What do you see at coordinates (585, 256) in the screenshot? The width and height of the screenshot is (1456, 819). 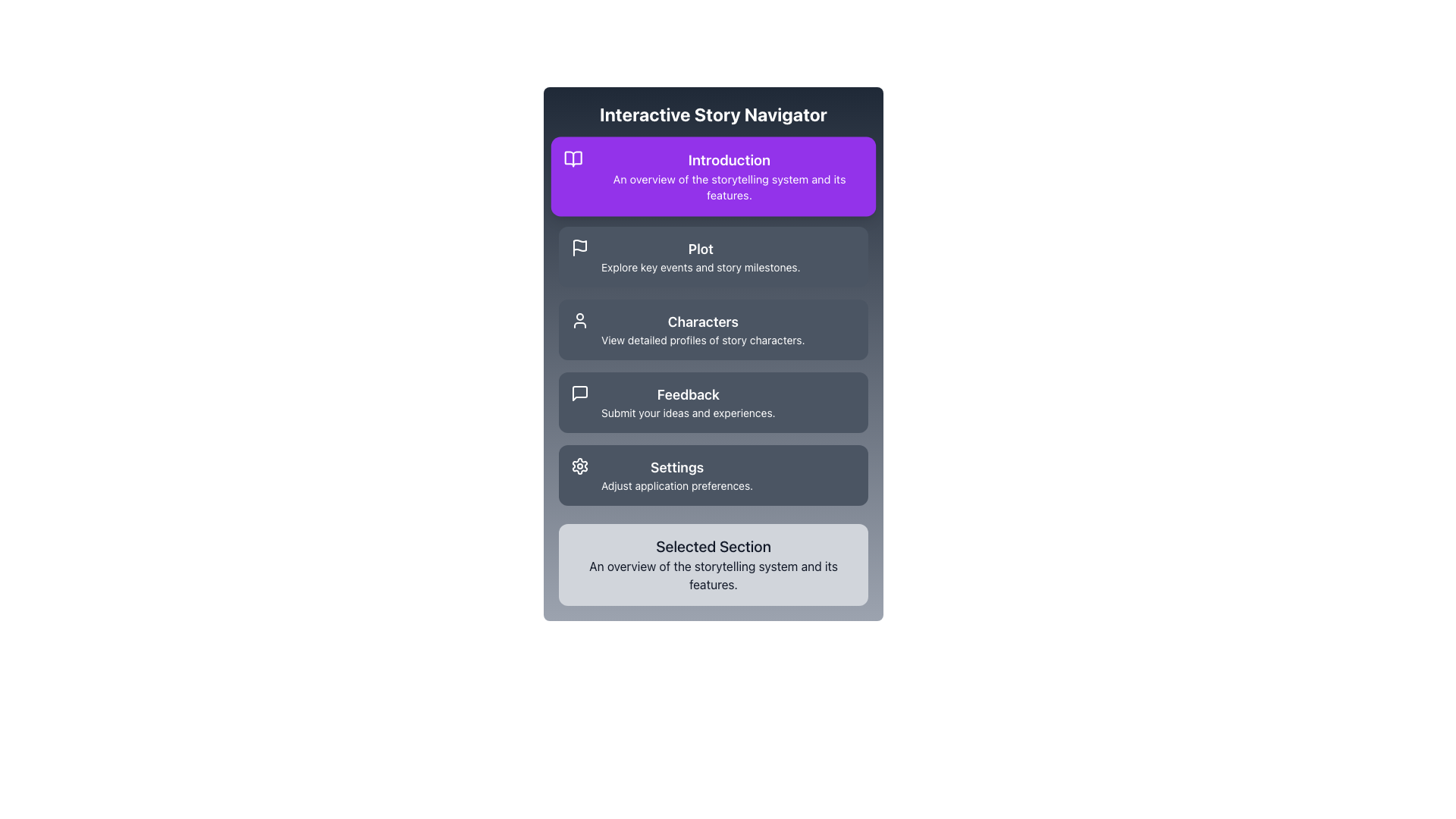 I see `the small white flag icon located in the top-left corner of the 'Plot' button, which has a dark gray background` at bounding box center [585, 256].